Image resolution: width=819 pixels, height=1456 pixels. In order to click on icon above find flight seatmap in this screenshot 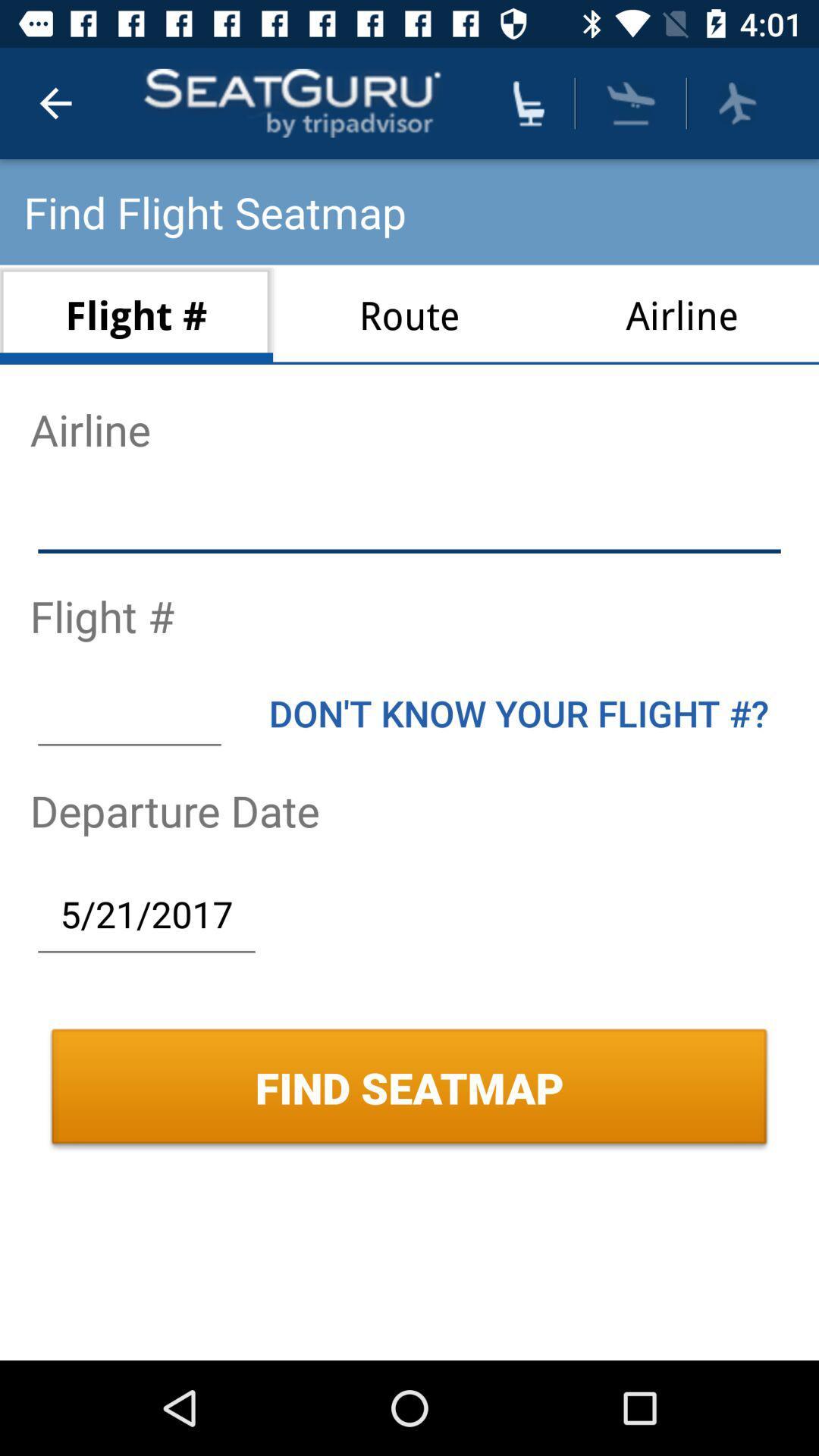, I will do `click(55, 102)`.